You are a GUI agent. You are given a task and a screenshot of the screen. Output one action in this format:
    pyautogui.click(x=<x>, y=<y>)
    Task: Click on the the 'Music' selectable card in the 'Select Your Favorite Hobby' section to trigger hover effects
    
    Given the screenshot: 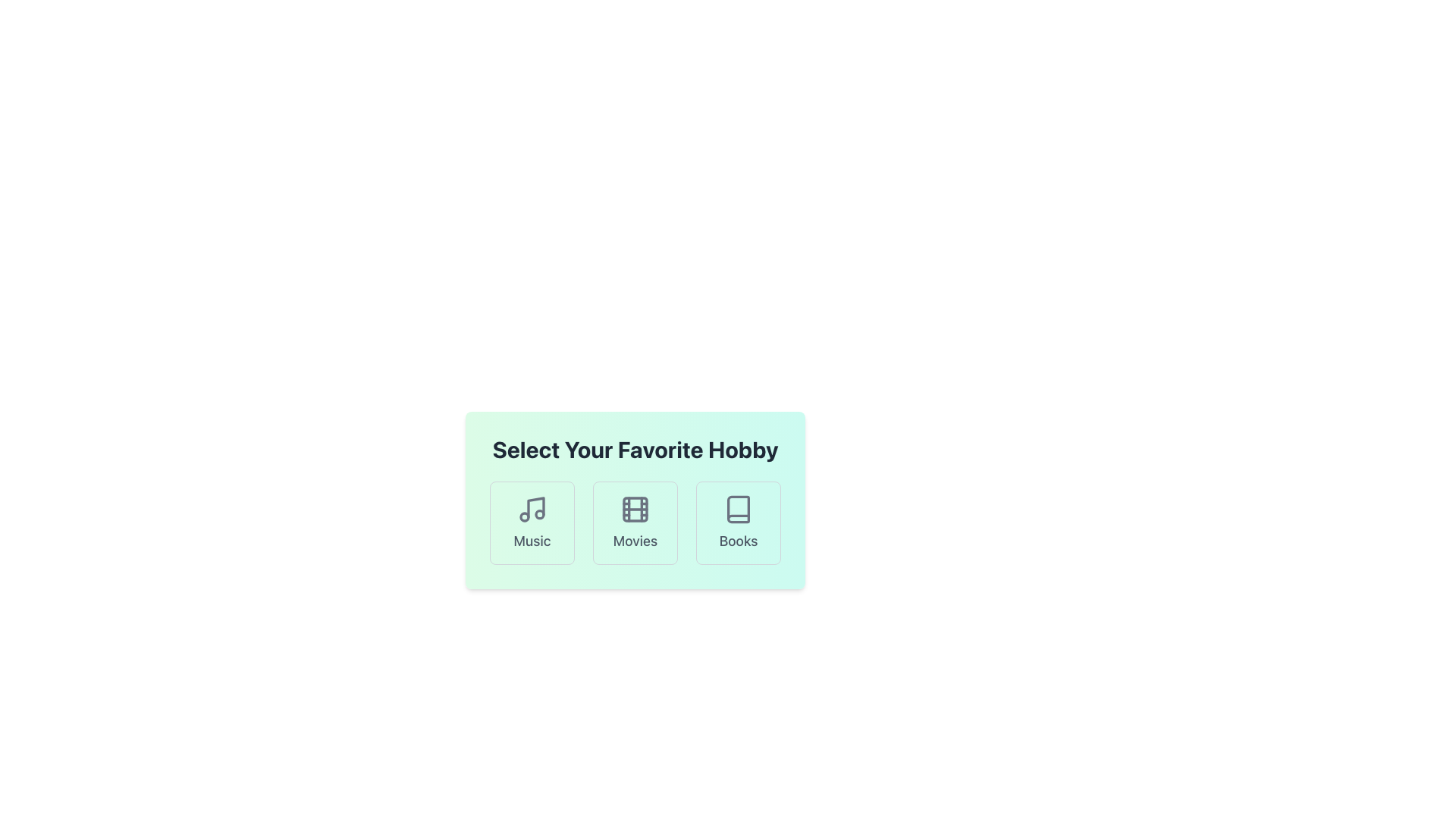 What is the action you would take?
    pyautogui.click(x=532, y=522)
    